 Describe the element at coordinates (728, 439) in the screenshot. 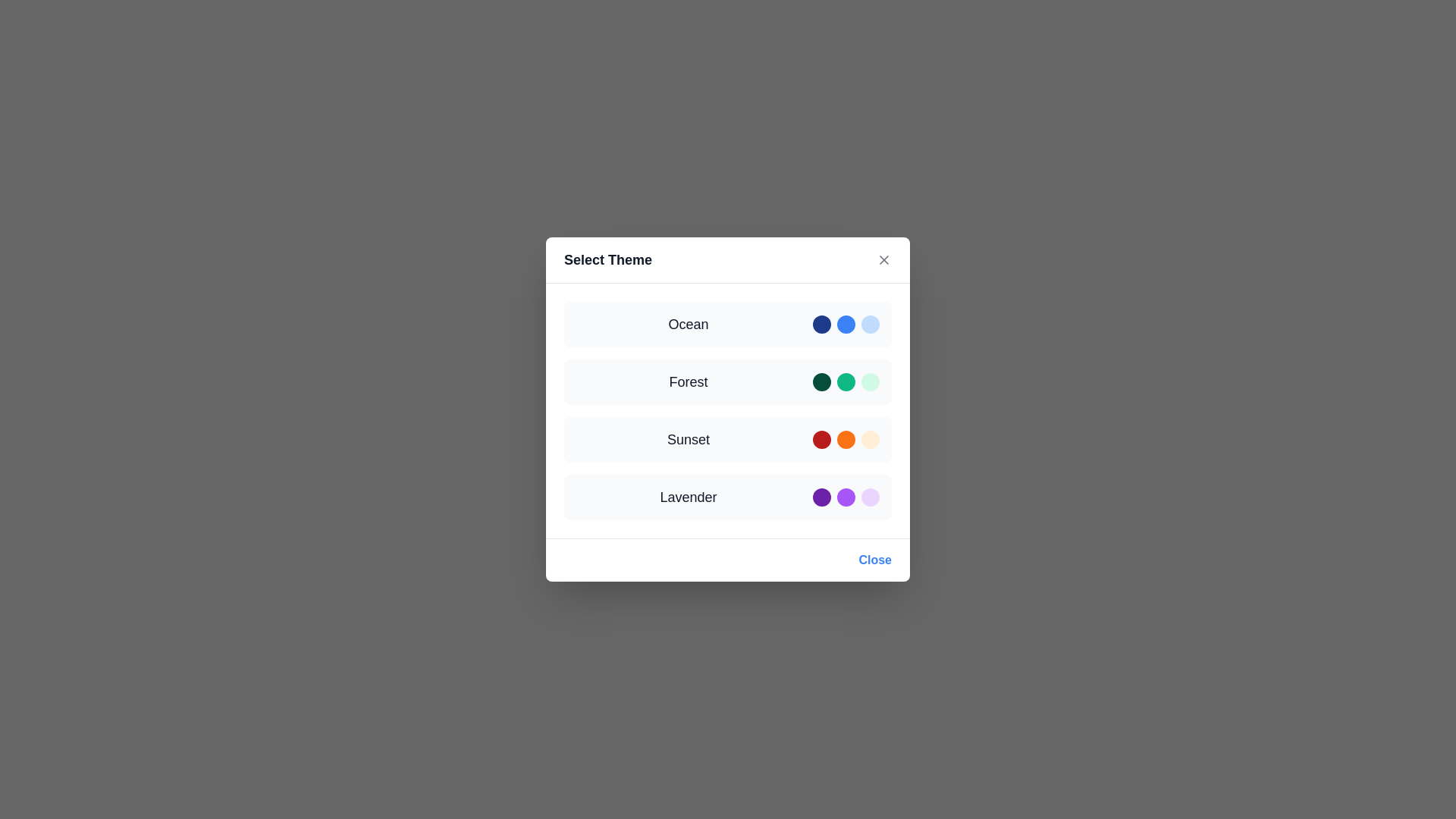

I see `the theme Sunset by clicking on its corresponding interactive area` at that location.